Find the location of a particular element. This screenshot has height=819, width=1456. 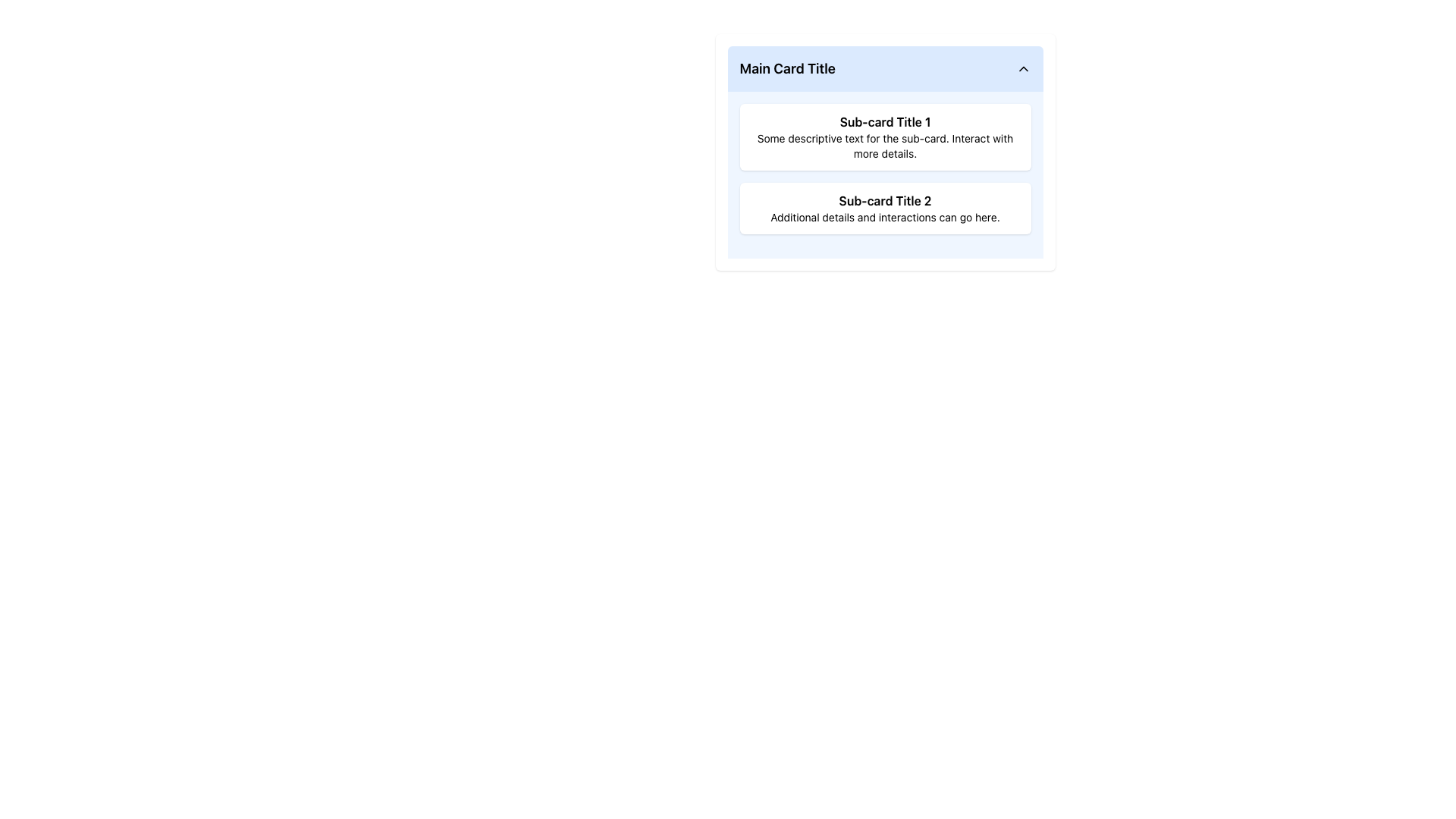

the static text content that reads 'Some descriptive text for the sub-card. Interact with more details.' located below 'Sub-card Title 1' in the first sub-card of 'Main Card Title' is located at coordinates (885, 146).